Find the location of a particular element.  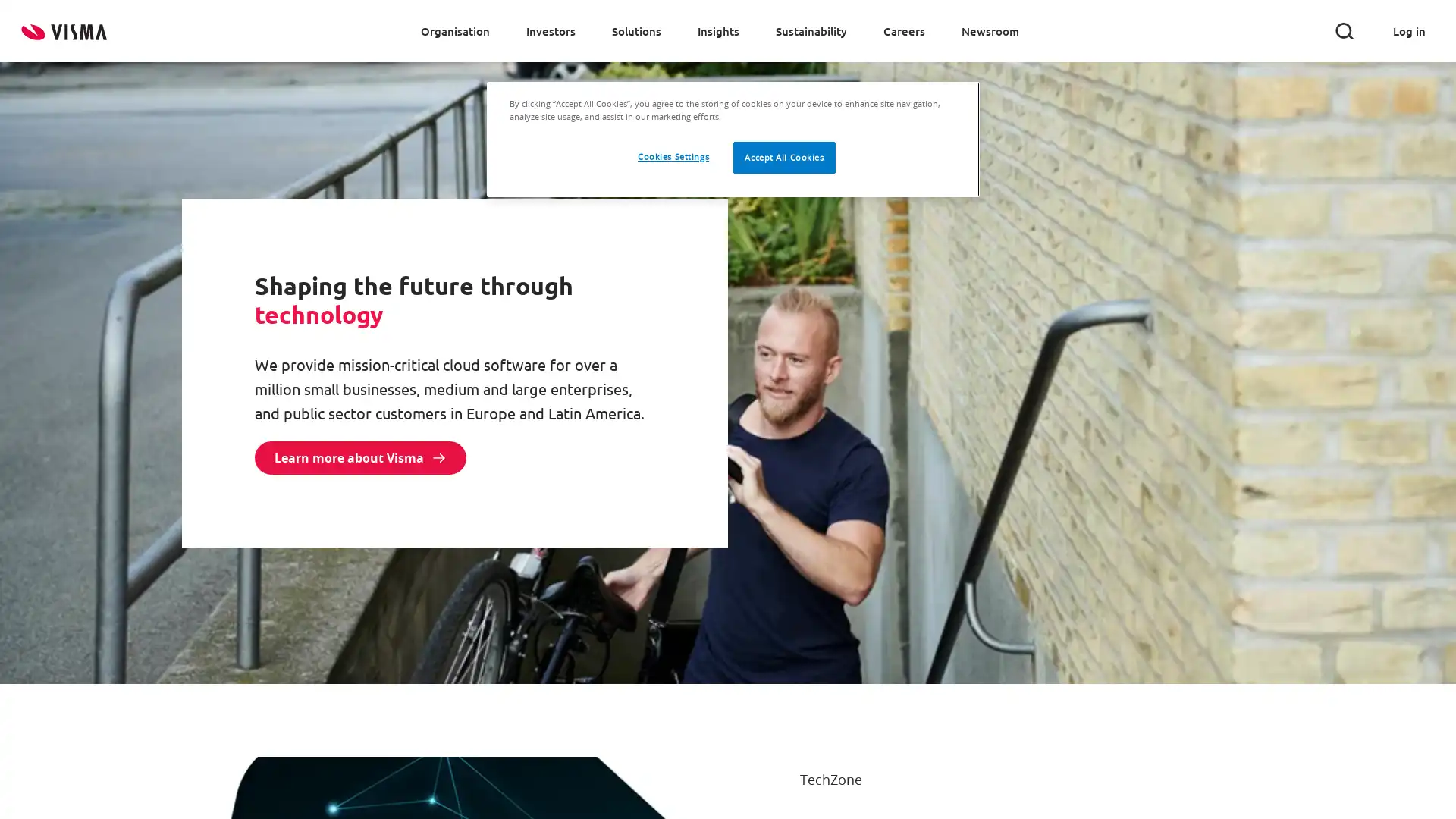

Accept All Cookies is located at coordinates (784, 158).